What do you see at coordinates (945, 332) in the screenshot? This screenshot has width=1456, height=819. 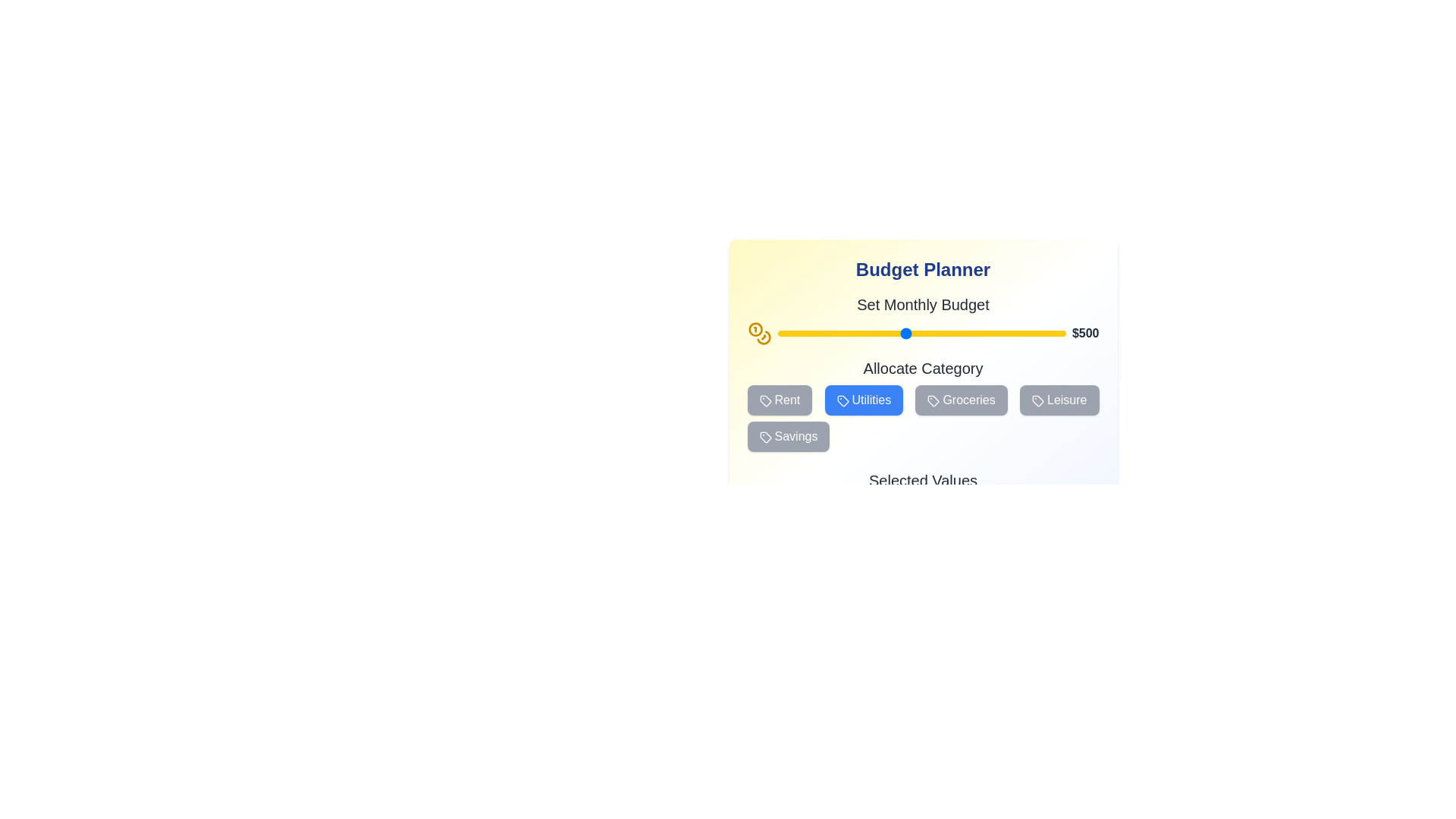 I see `the slider` at bounding box center [945, 332].